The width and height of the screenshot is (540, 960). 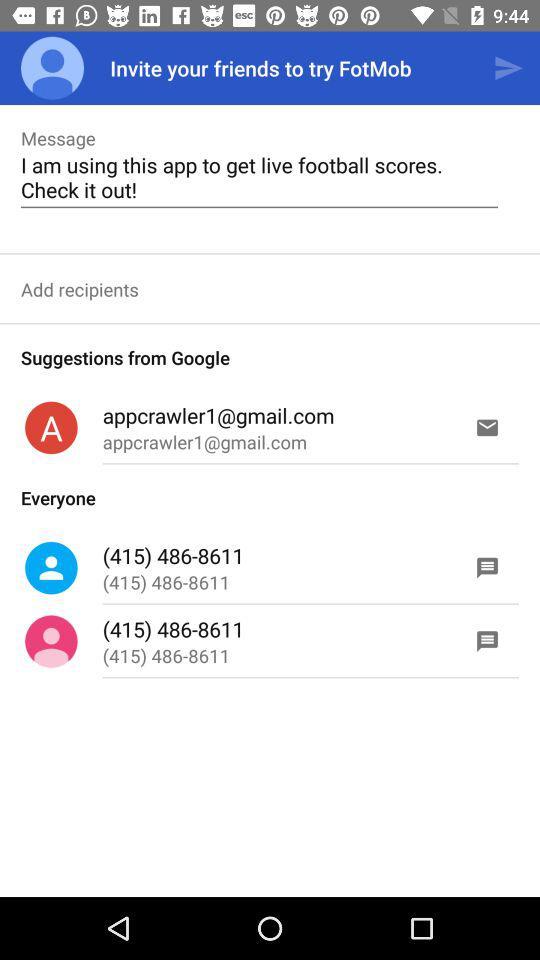 What do you see at coordinates (508, 68) in the screenshot?
I see `item at the top right corner` at bounding box center [508, 68].